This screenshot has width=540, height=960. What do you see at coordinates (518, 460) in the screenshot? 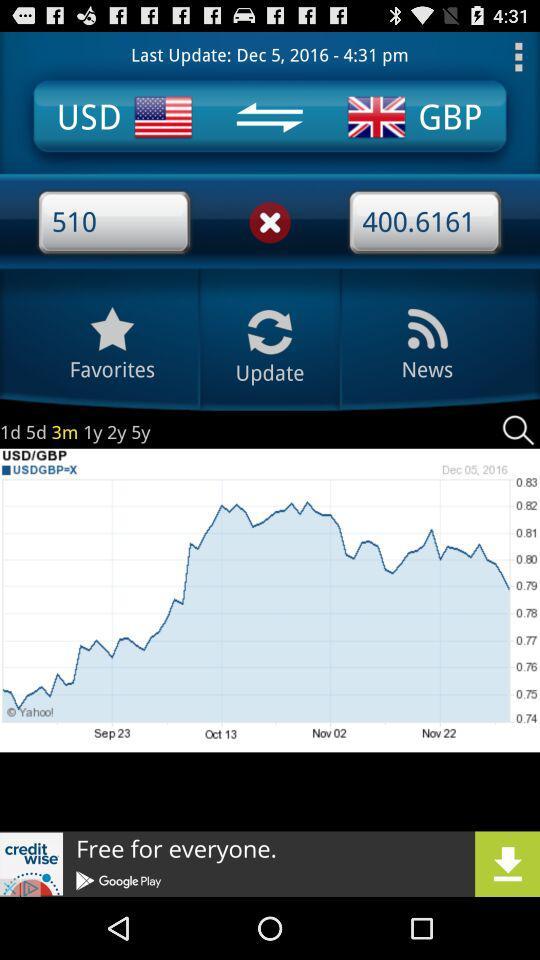
I see `the search icon` at bounding box center [518, 460].